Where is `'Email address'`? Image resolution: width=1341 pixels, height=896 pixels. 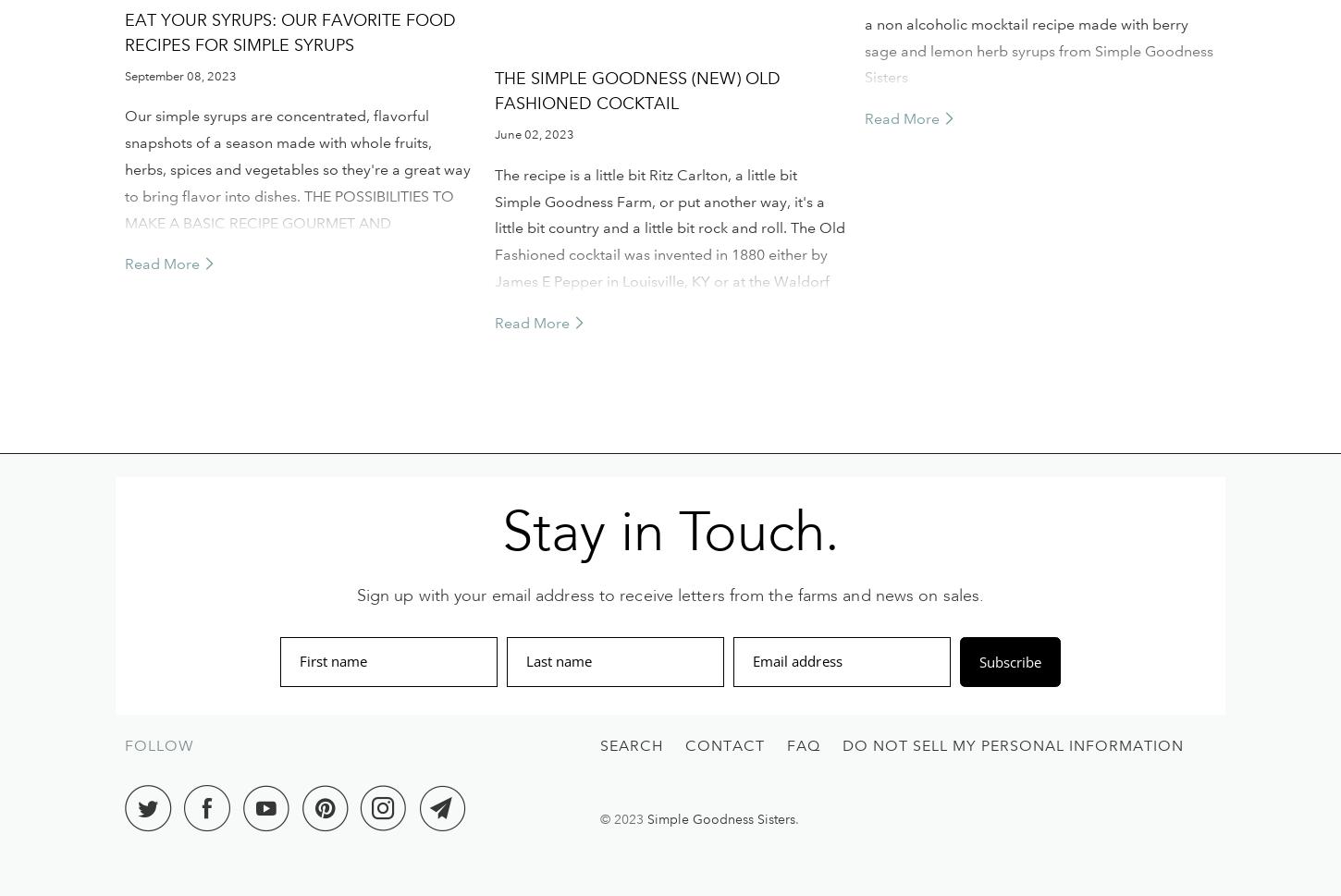
'Email address' is located at coordinates (795, 661).